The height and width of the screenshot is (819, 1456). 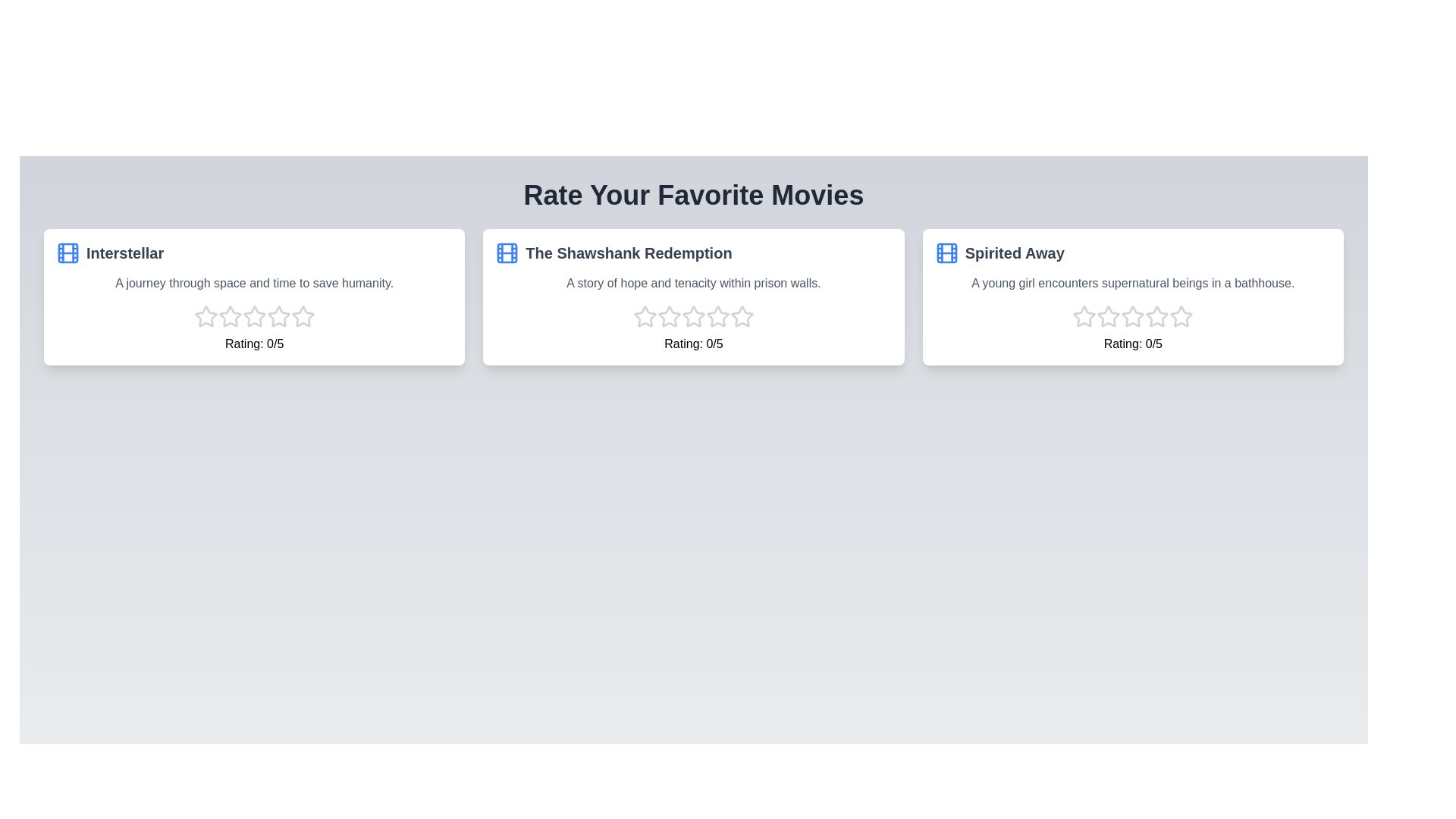 I want to click on the star corresponding to the 1 rating for the movie Spirited Away, so click(x=1084, y=315).